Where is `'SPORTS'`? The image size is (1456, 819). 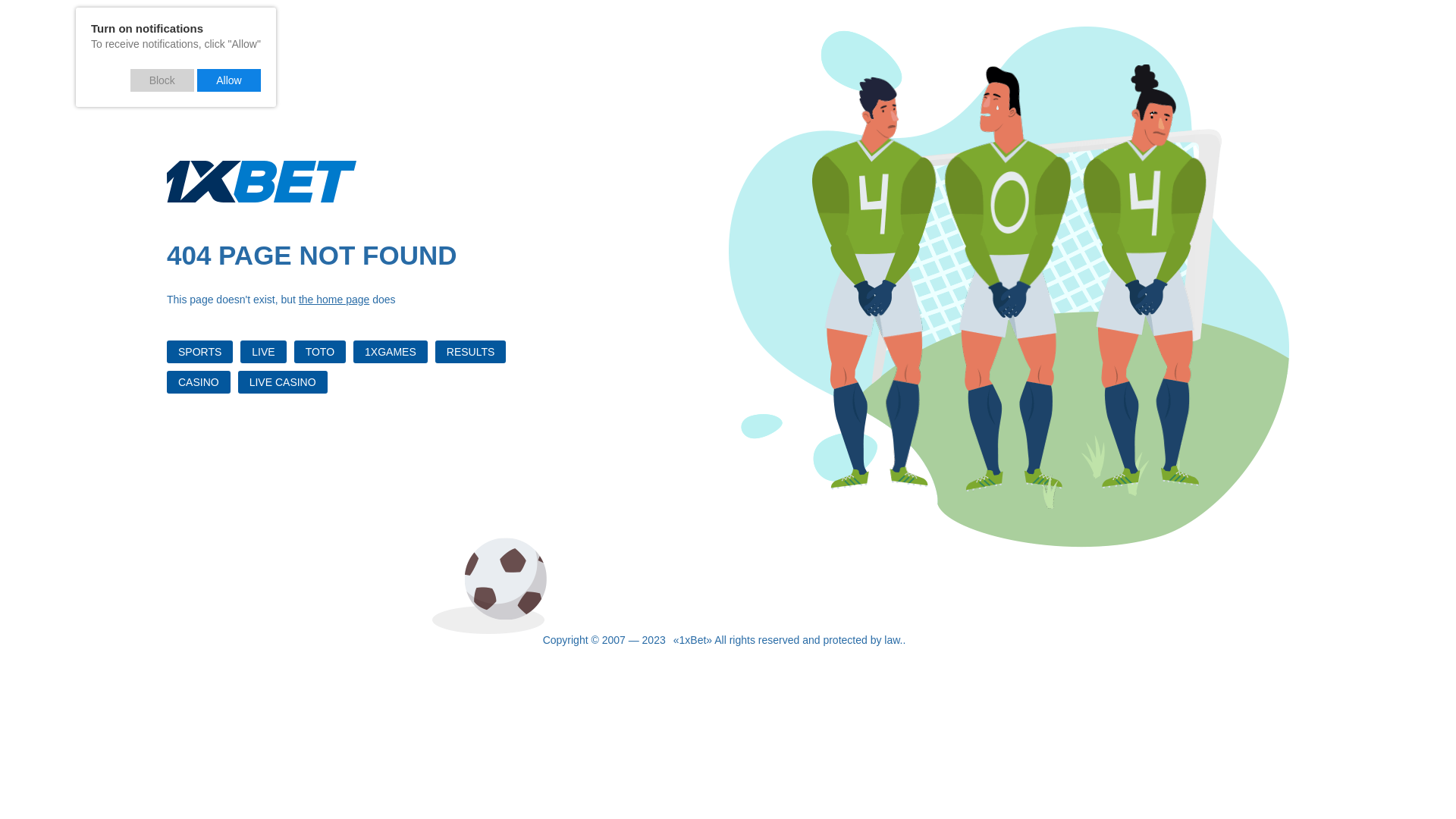 'SPORTS' is located at coordinates (167, 351).